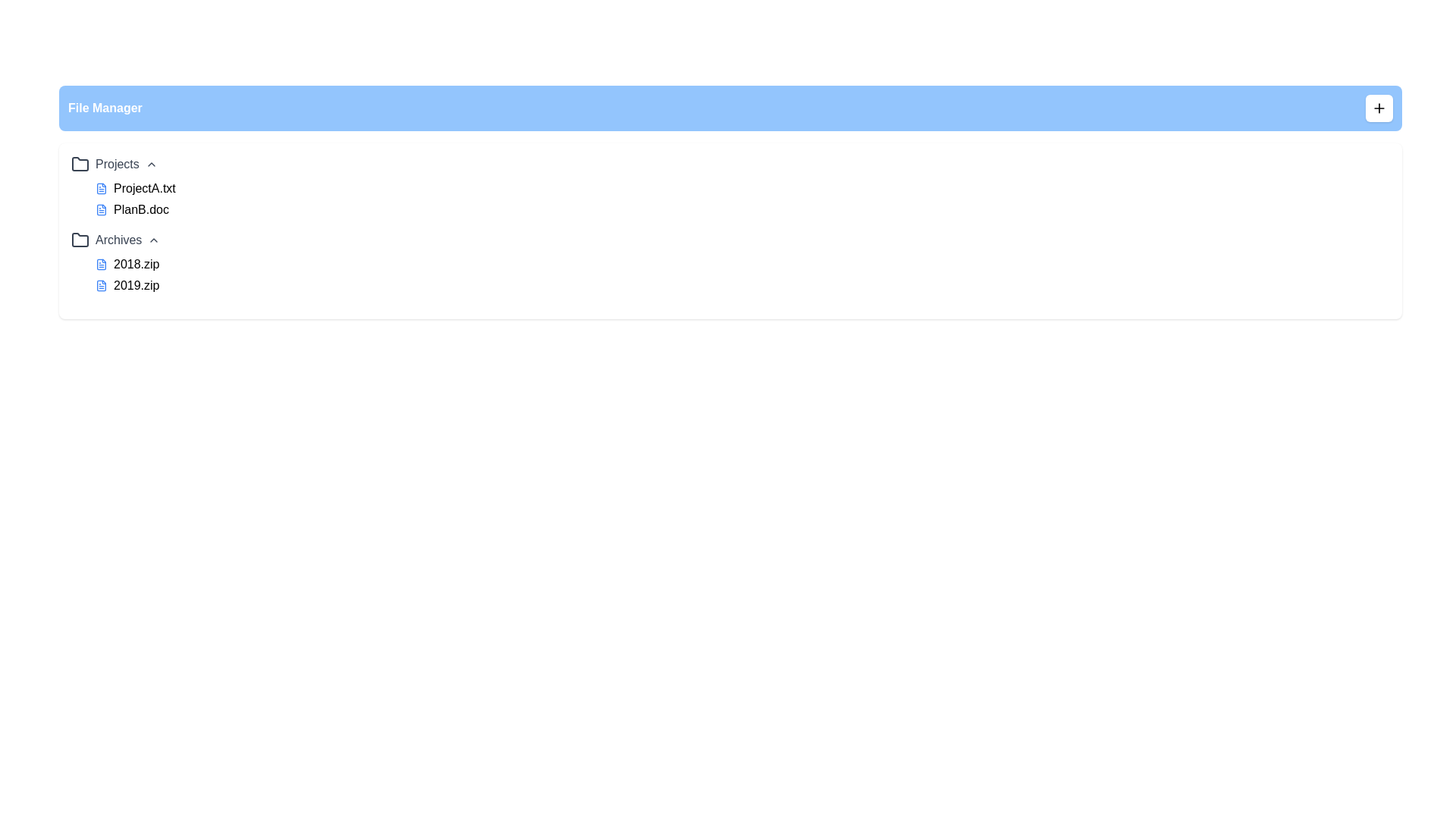  What do you see at coordinates (115, 239) in the screenshot?
I see `the 'Archives' folder` at bounding box center [115, 239].